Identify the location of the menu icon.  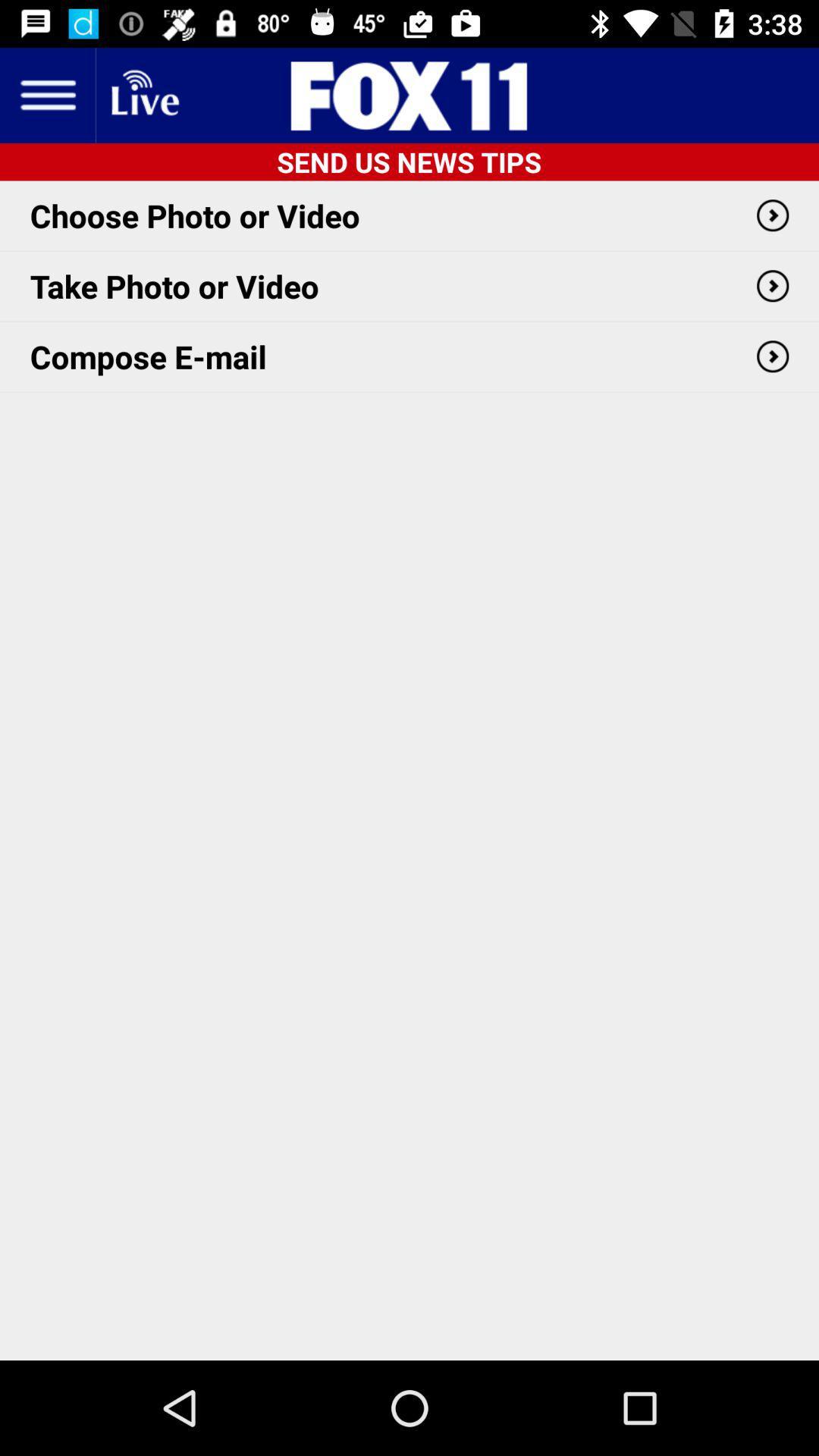
(46, 94).